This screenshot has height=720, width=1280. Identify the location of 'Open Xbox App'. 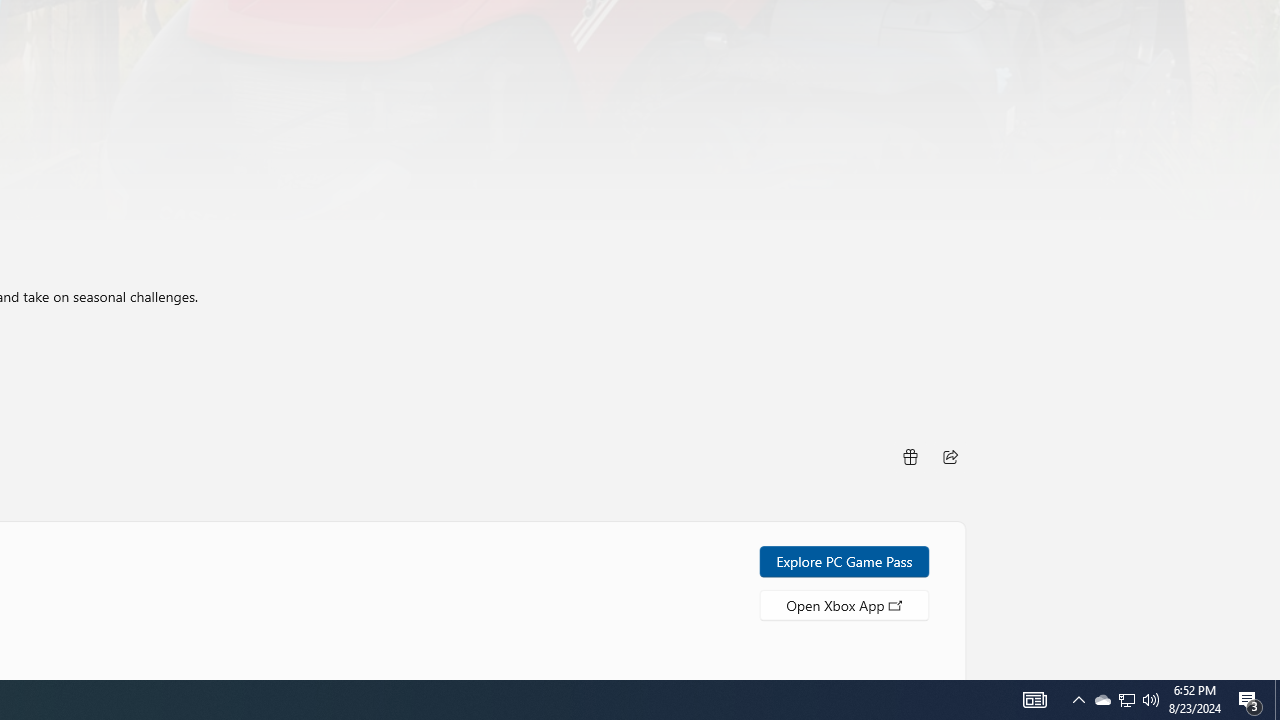
(844, 603).